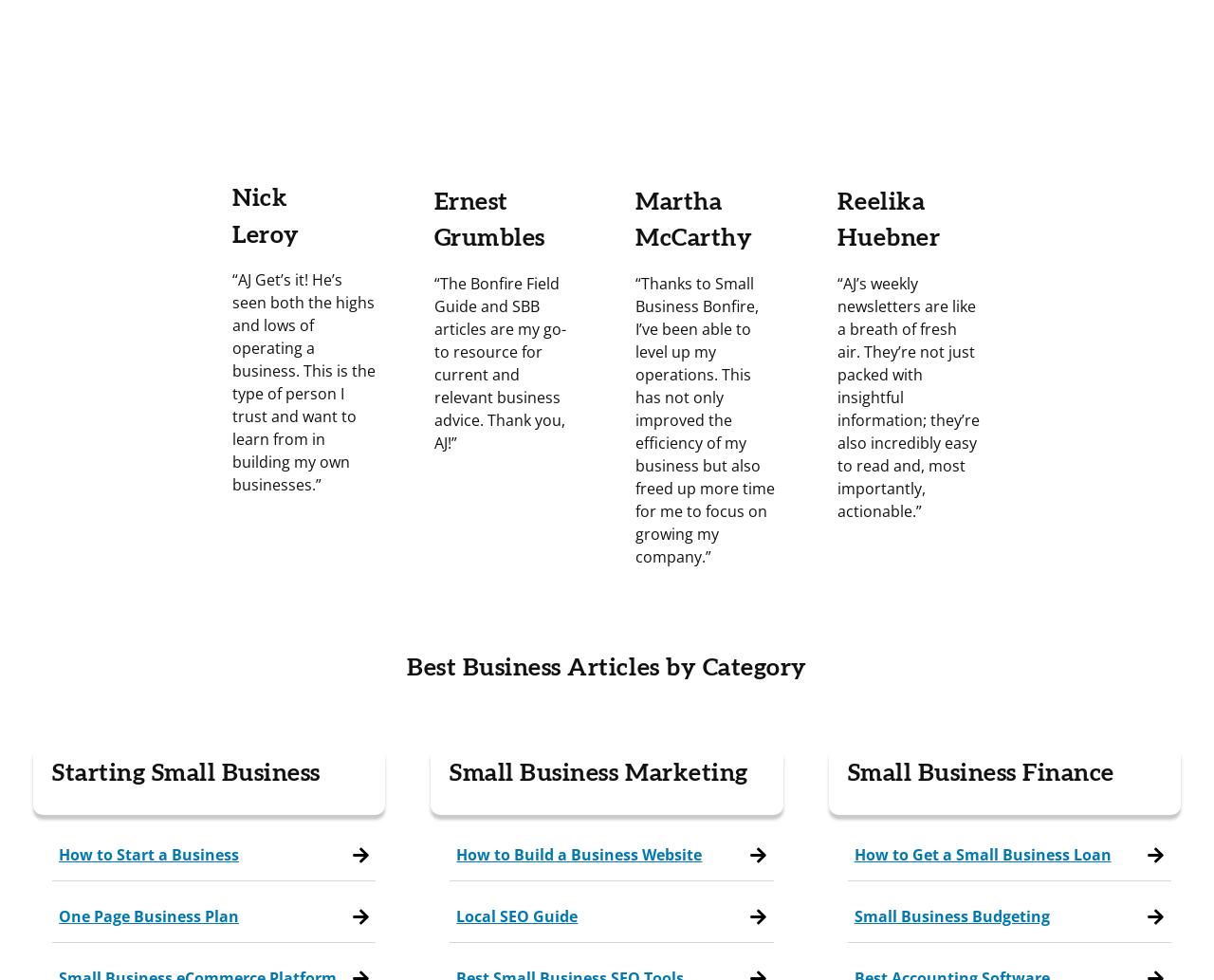 The image size is (1214, 980). I want to click on '“AJ Get’s it! He’s seen both the highs and lows of operating a business. This is the type of person I trust and want to learn from in building my own businesses.”', so click(303, 381).